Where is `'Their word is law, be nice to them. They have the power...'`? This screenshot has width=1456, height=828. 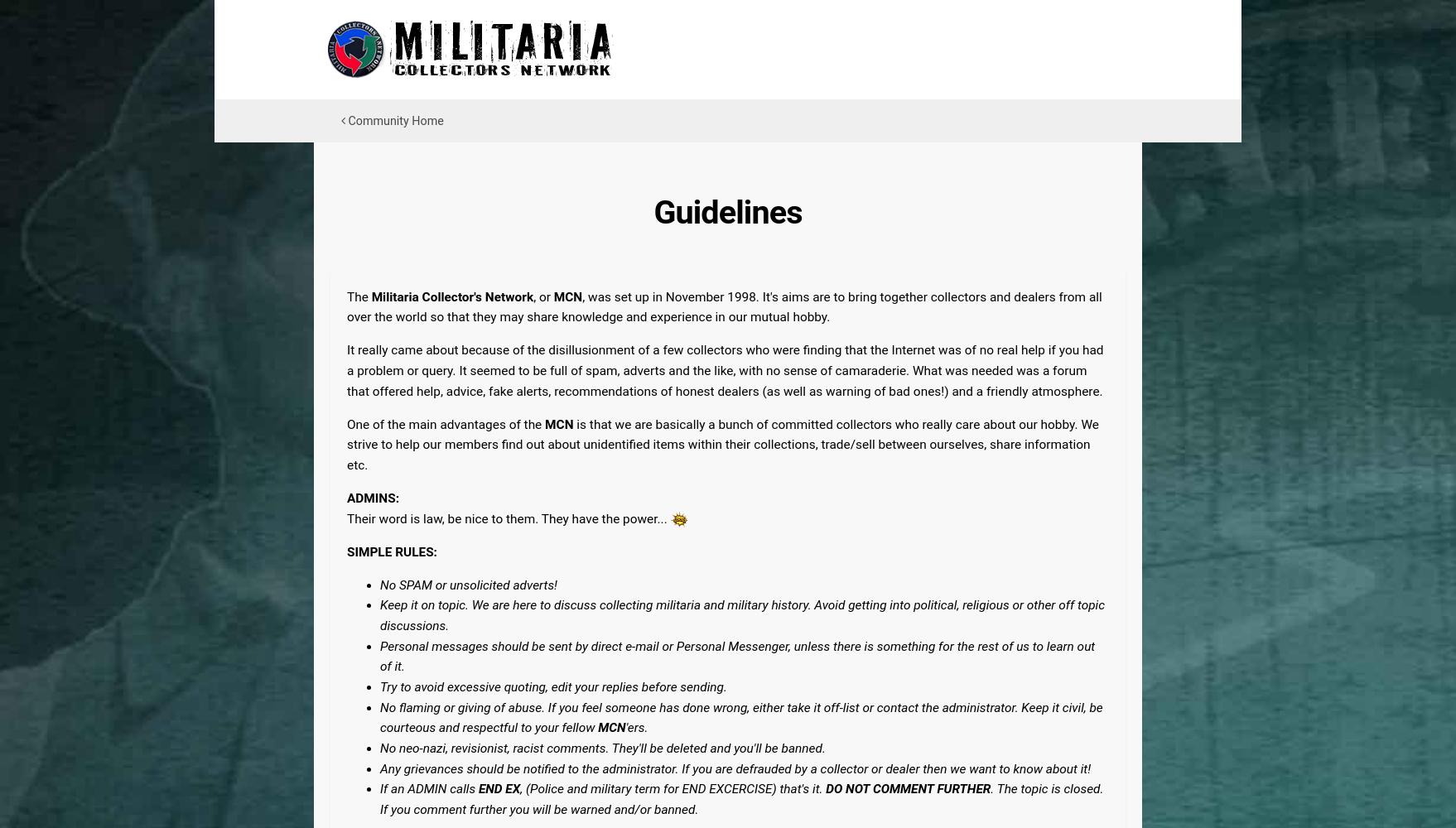
'Their word is law, be nice to them. They have the power...' is located at coordinates (509, 518).